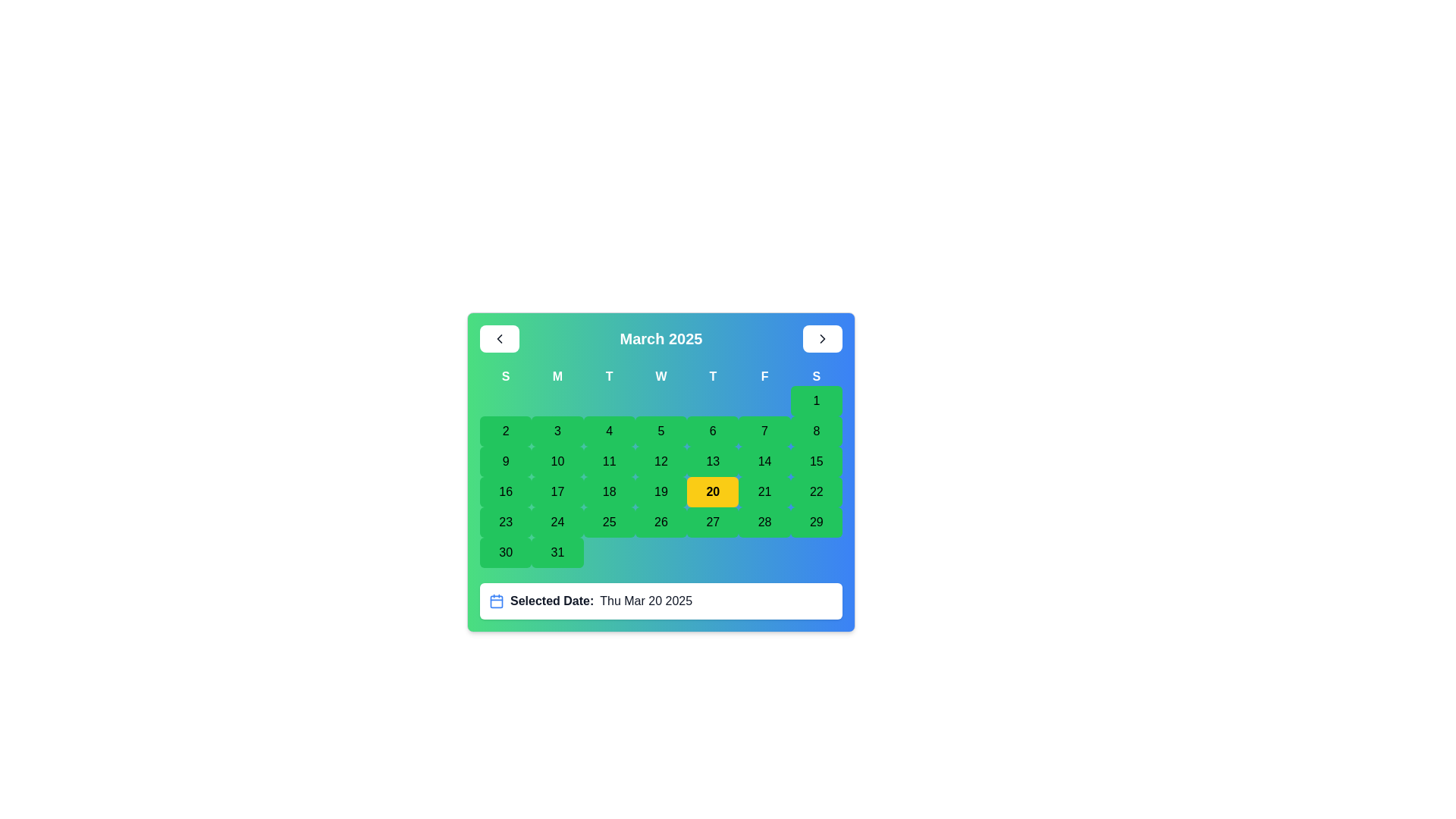  I want to click on the date button for March 18, 2025, located in the third row and fourth column of the calendar grid, so click(609, 491).